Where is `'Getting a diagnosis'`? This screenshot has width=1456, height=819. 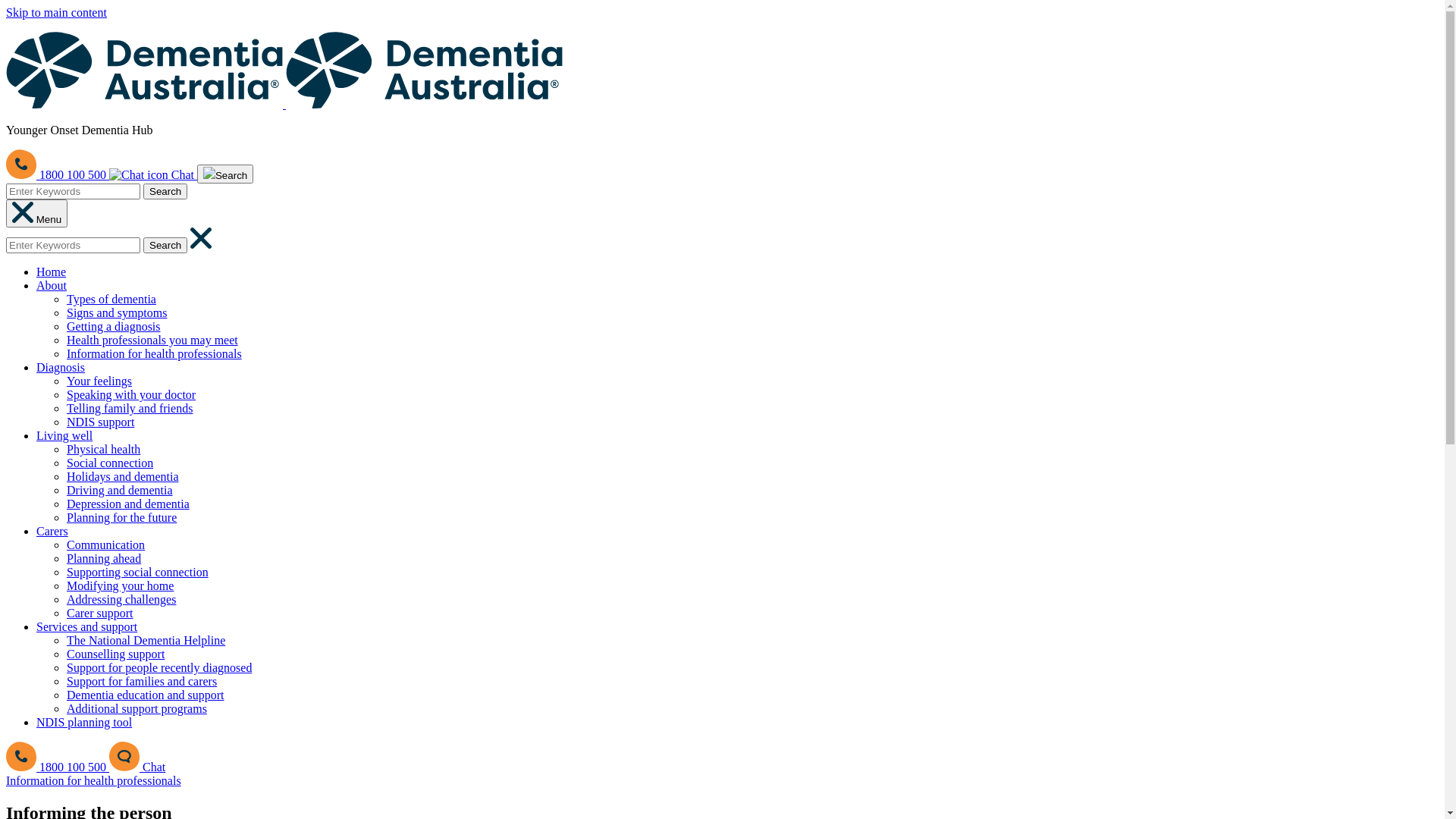
'Getting a diagnosis' is located at coordinates (112, 325).